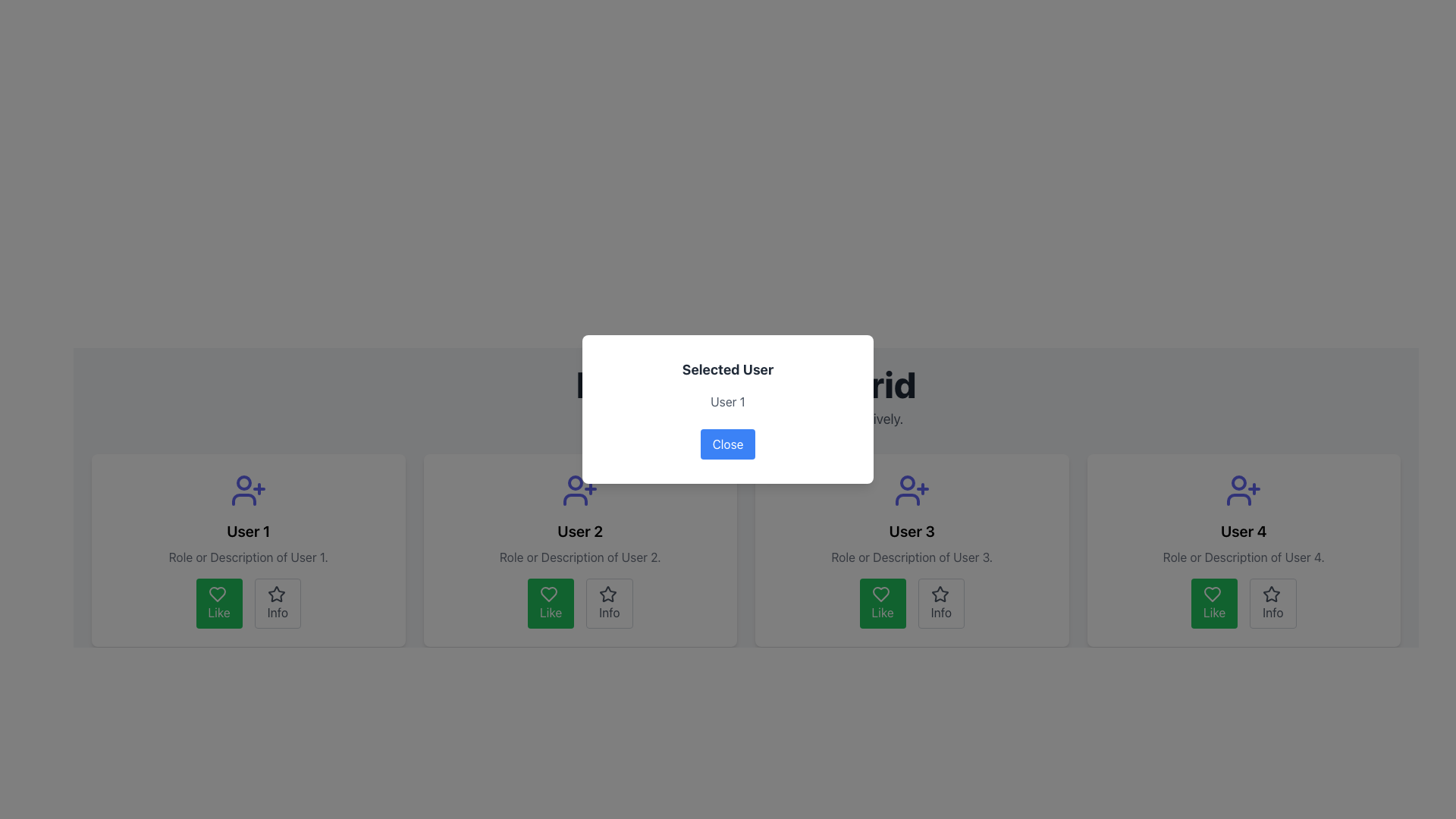 The image size is (1456, 819). What do you see at coordinates (248, 557) in the screenshot?
I see `the text label displaying 'Role or Description of User 1.' which is located beneath 'User 1' and above the 'Like' and 'Info' buttons` at bounding box center [248, 557].